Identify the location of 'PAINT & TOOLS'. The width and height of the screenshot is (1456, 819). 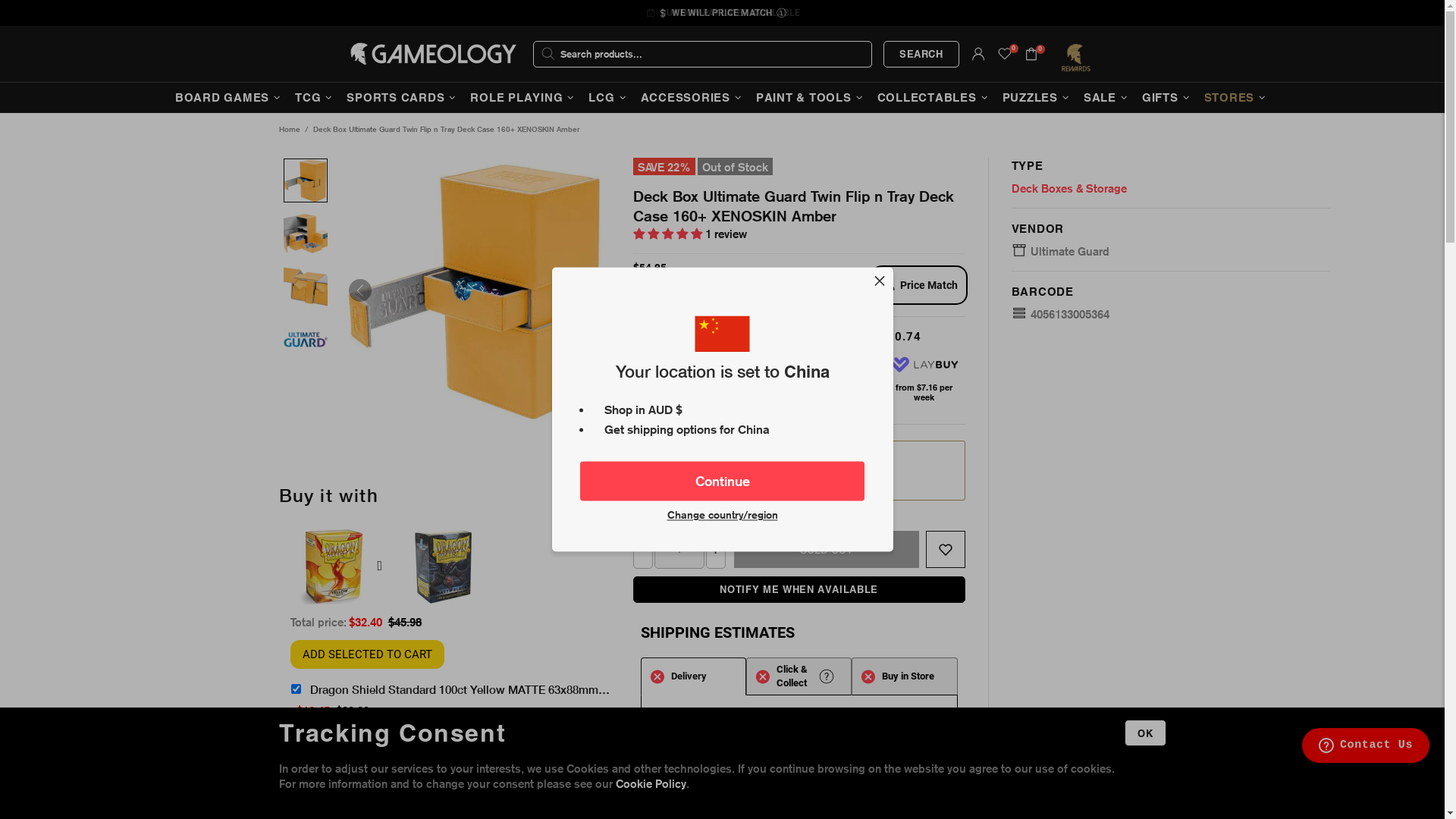
(811, 97).